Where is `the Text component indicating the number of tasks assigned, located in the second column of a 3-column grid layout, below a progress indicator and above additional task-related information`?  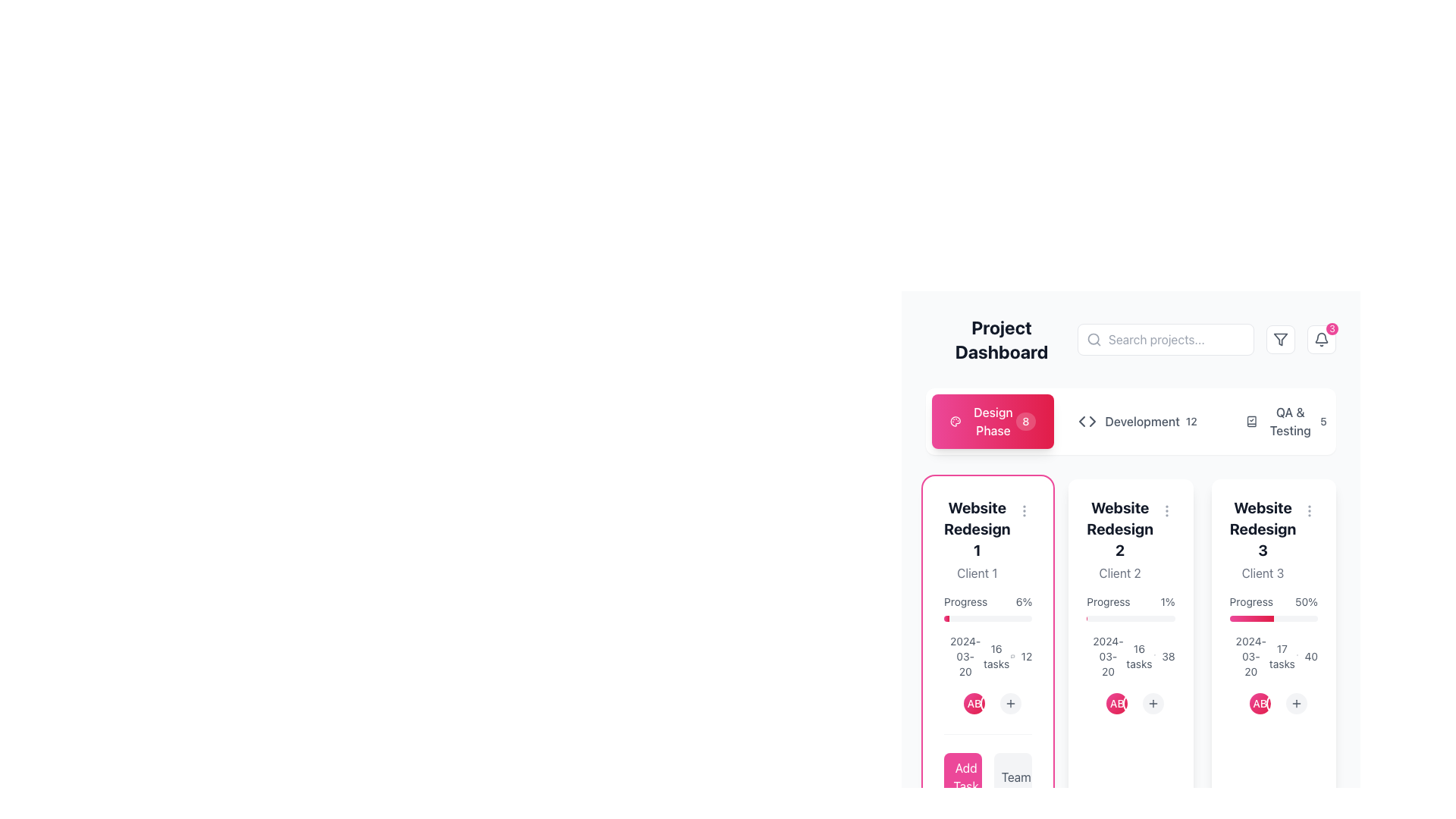 the Text component indicating the number of tasks assigned, located in the second column of a 3-column grid layout, below a progress indicator and above additional task-related information is located at coordinates (1131, 656).